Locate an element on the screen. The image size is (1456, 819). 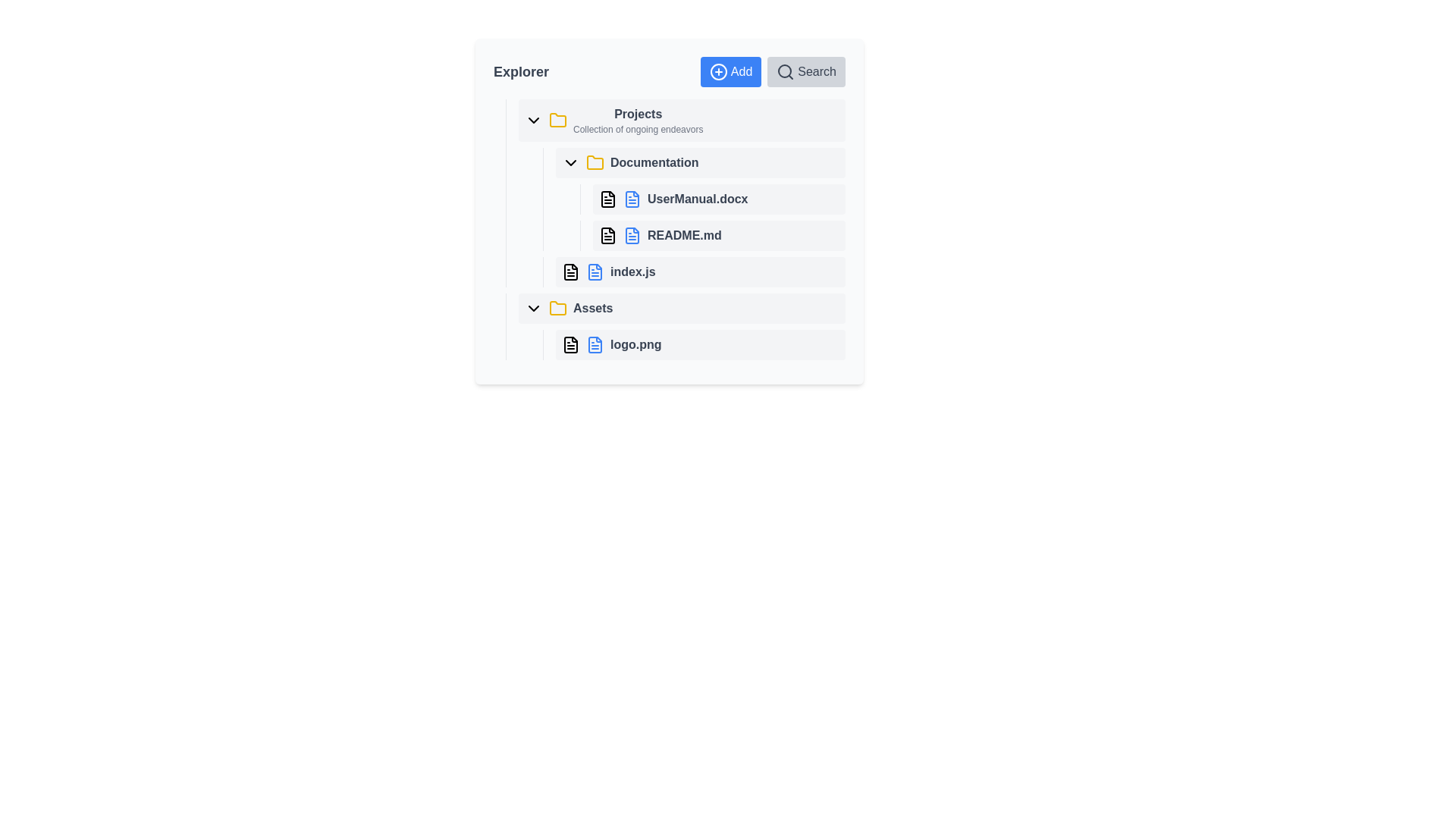
on the second item in the list within the 'Documentation' folder that represents a navigational link for accessing or managing the 'README.md' file is located at coordinates (712, 236).